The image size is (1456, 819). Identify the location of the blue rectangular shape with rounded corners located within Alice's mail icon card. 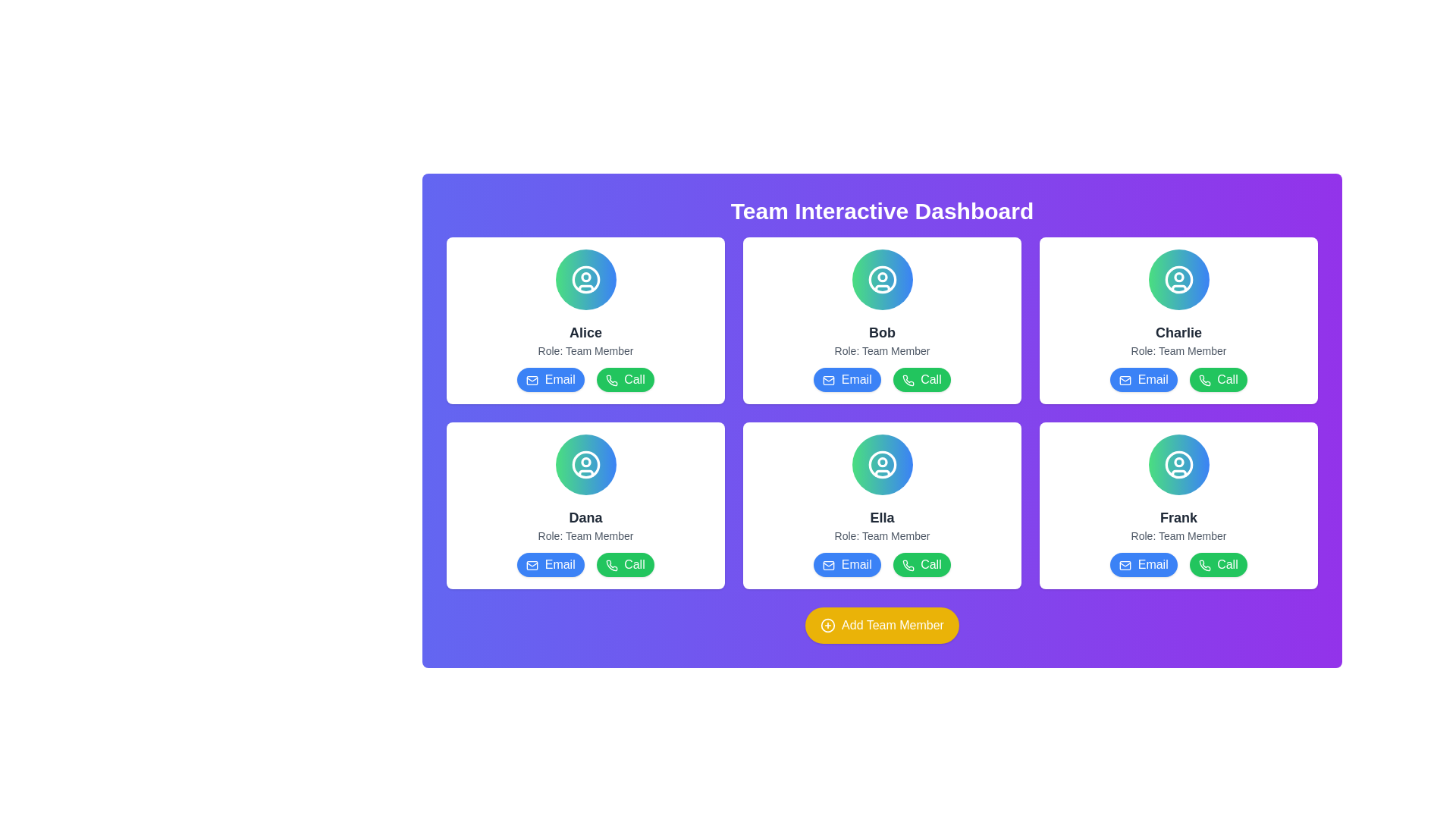
(532, 379).